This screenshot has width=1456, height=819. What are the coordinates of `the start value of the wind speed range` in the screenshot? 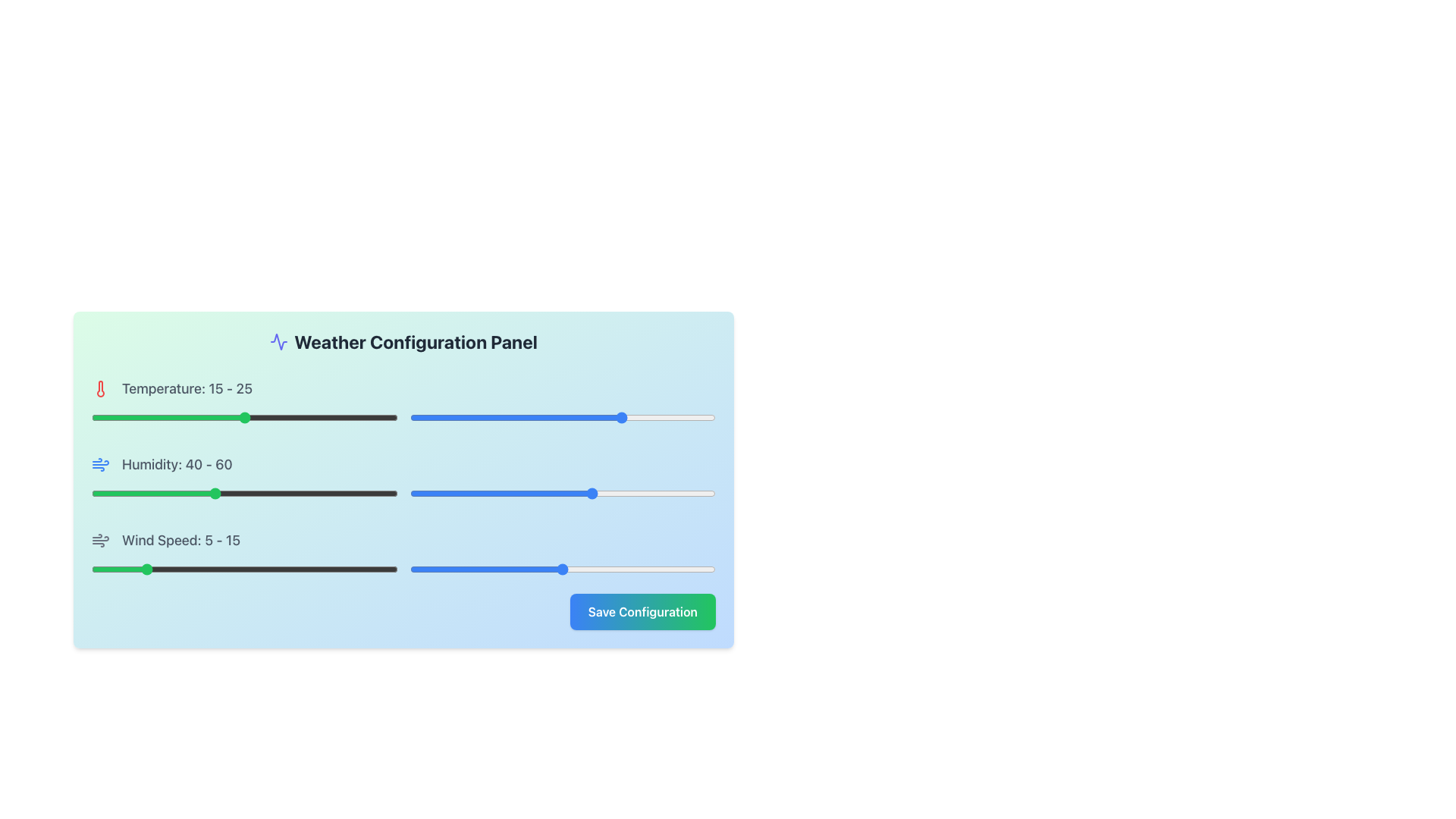 It's located at (223, 570).